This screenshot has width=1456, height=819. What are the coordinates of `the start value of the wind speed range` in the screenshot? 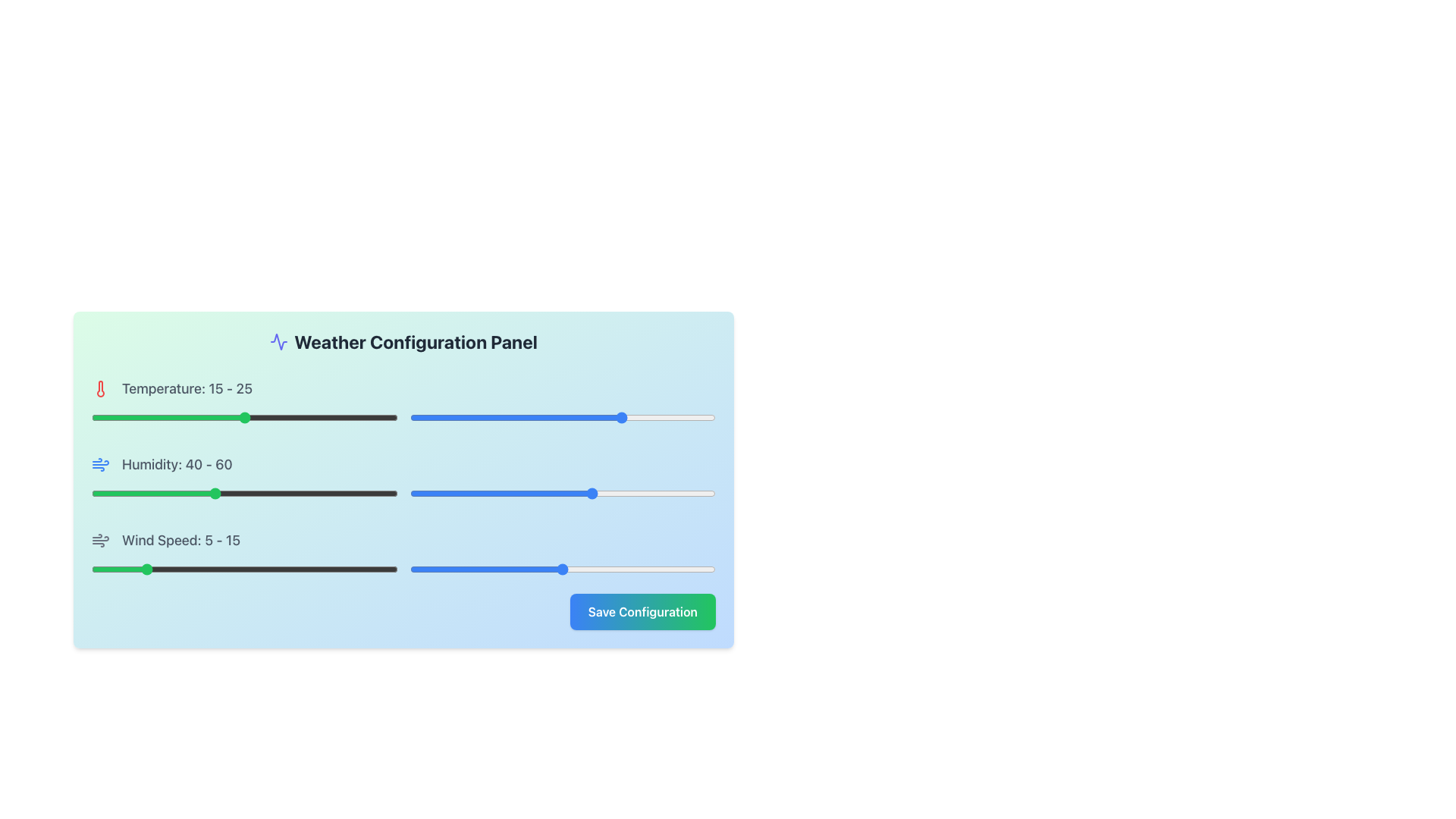 It's located at (223, 570).